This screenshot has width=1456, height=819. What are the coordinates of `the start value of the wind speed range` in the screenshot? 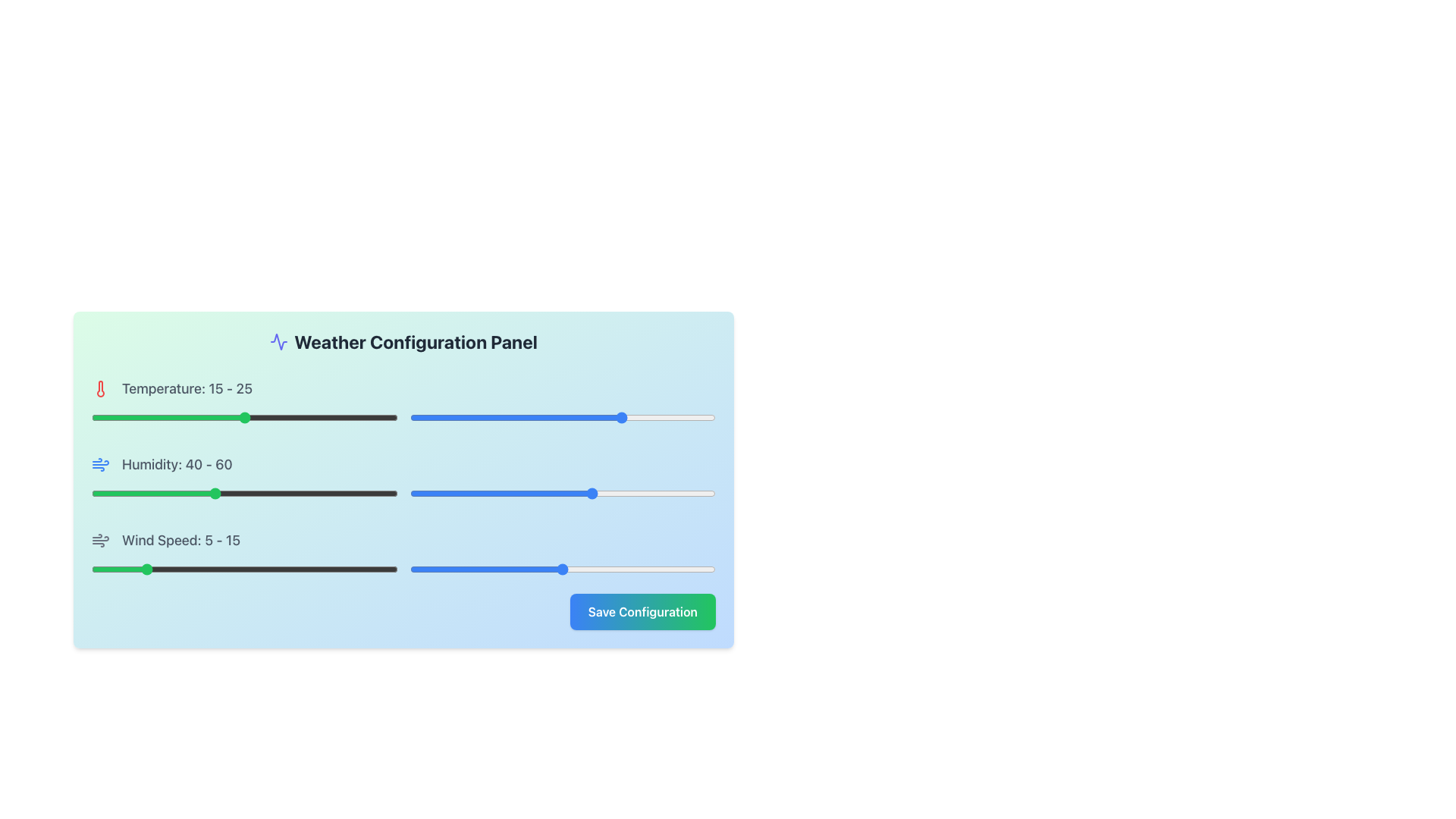 It's located at (223, 570).